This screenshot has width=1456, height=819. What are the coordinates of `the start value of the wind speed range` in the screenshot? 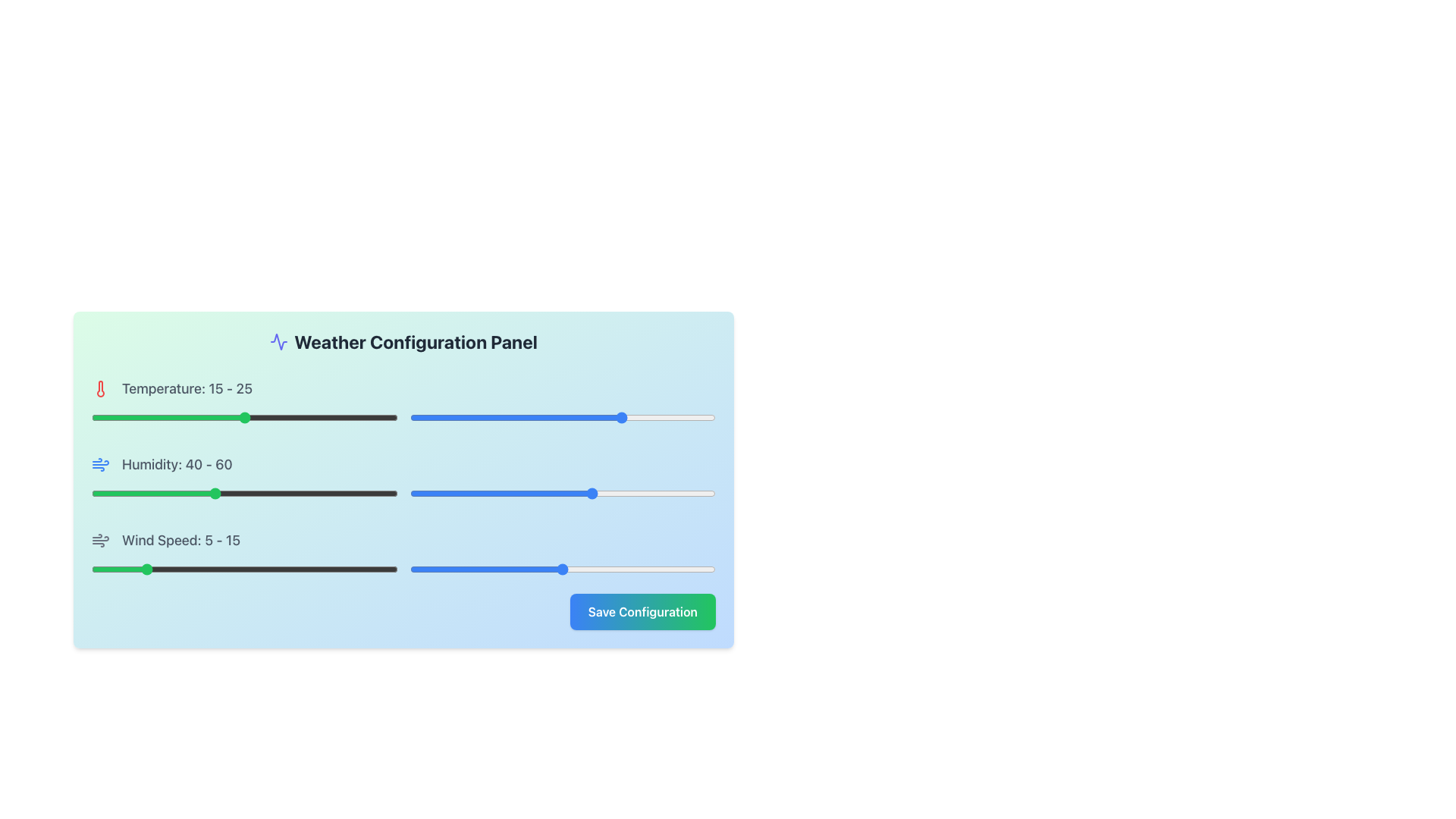 It's located at (223, 570).